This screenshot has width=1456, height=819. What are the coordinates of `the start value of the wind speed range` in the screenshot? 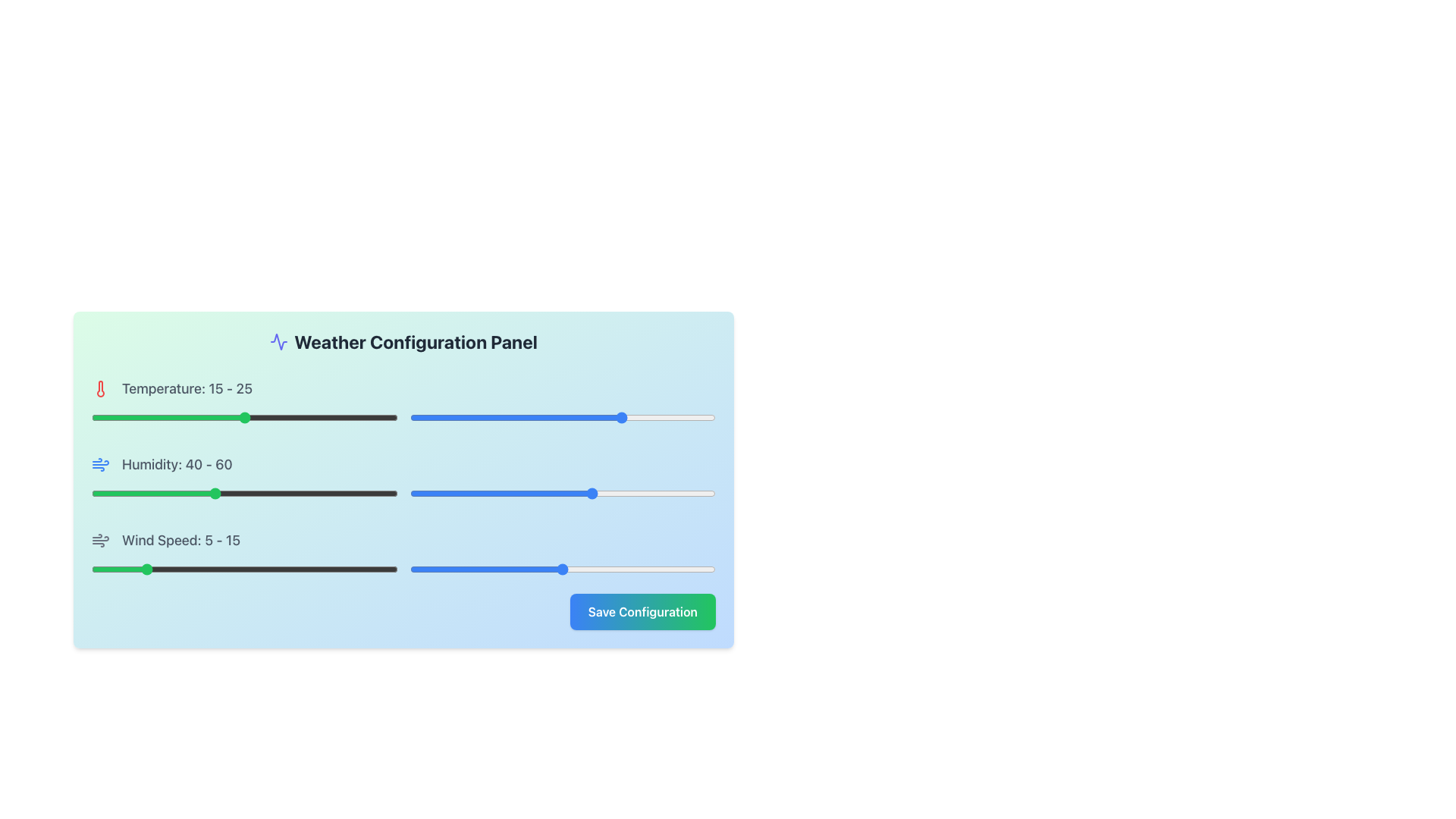 It's located at (223, 570).